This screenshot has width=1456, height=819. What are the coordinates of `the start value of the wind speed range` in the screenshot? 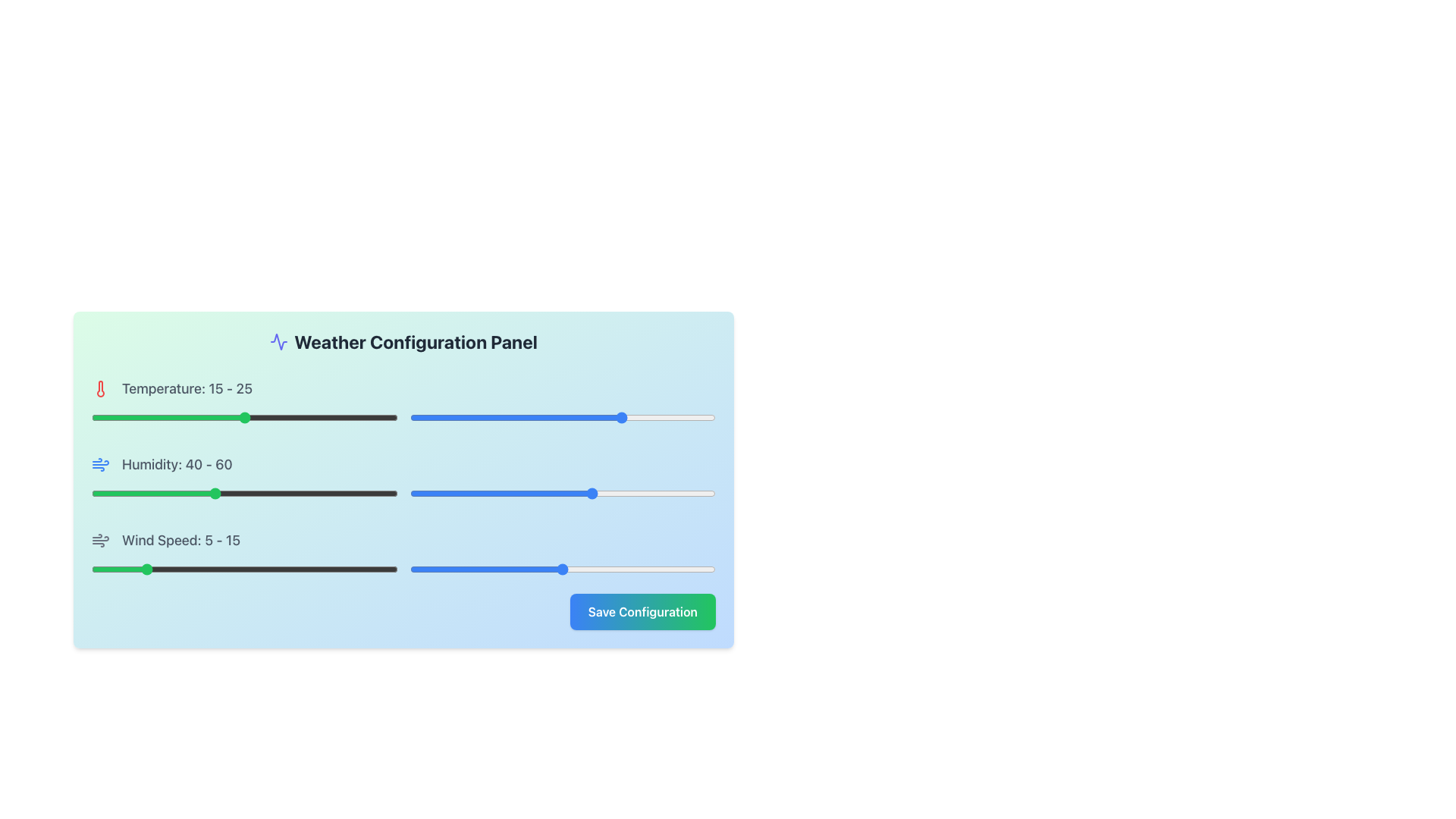 It's located at (223, 570).